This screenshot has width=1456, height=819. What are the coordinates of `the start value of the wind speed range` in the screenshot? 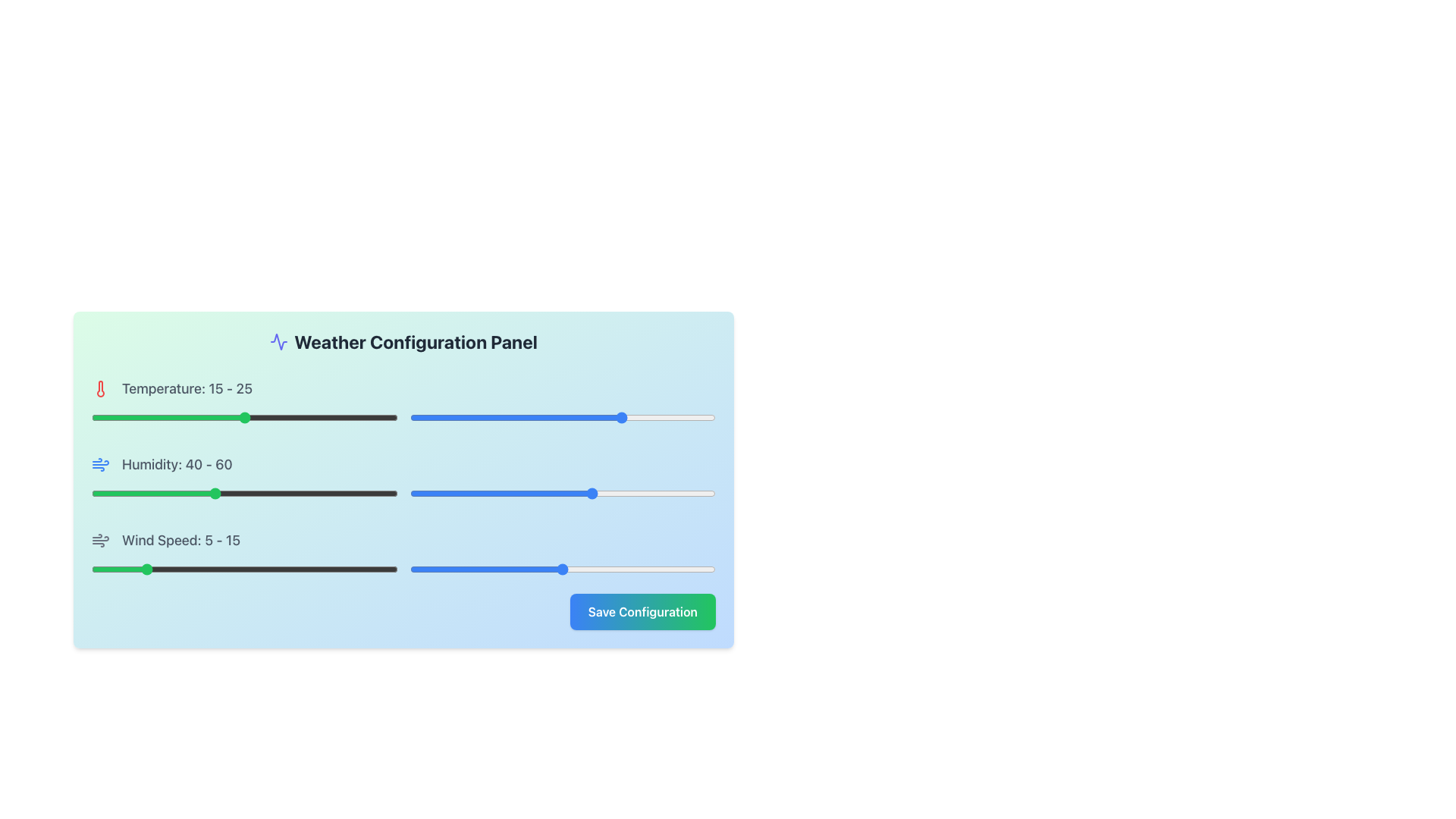 It's located at (223, 570).